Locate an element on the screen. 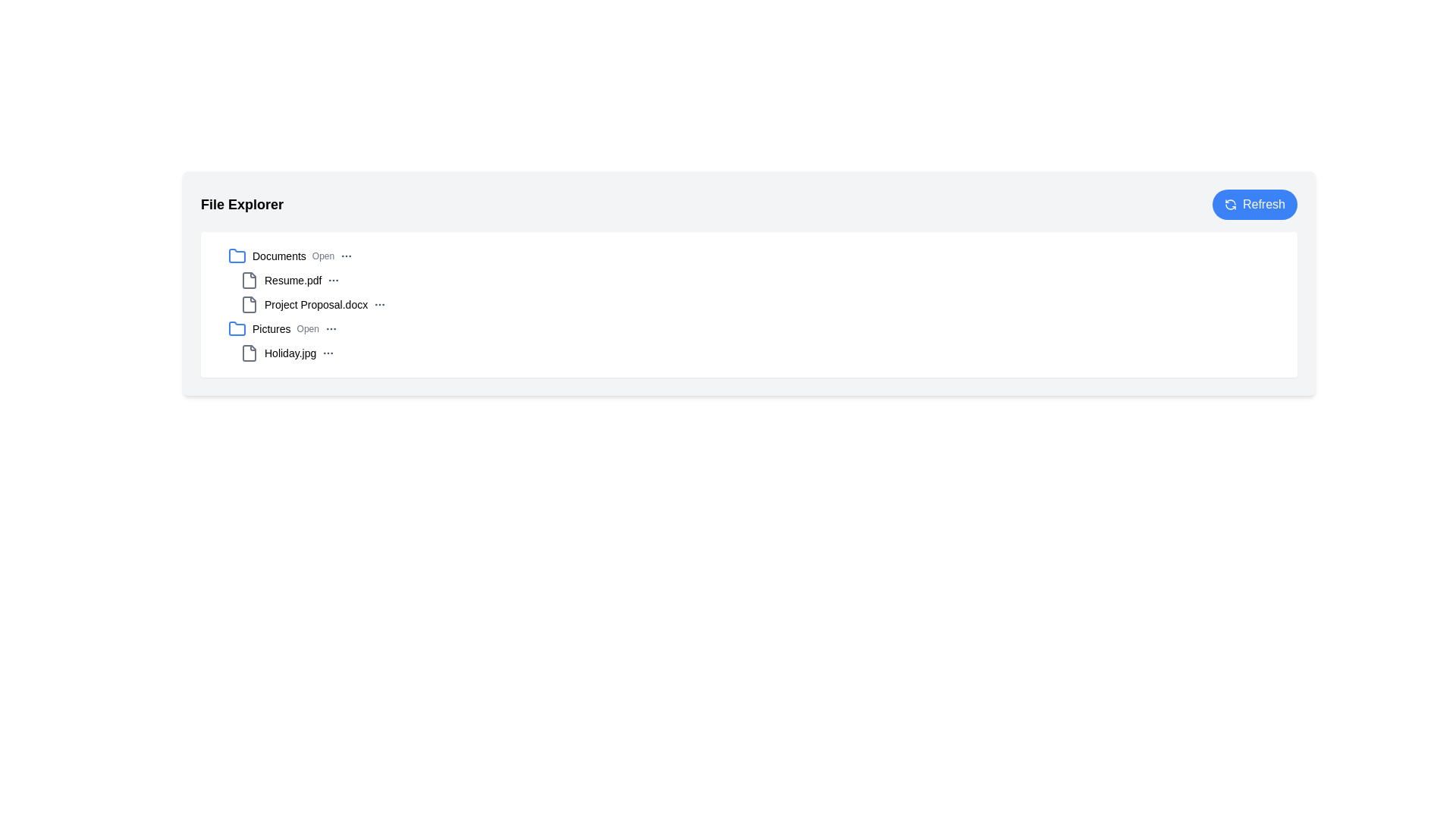 Image resolution: width=1456 pixels, height=819 pixels. the file icon is located at coordinates (249, 353).